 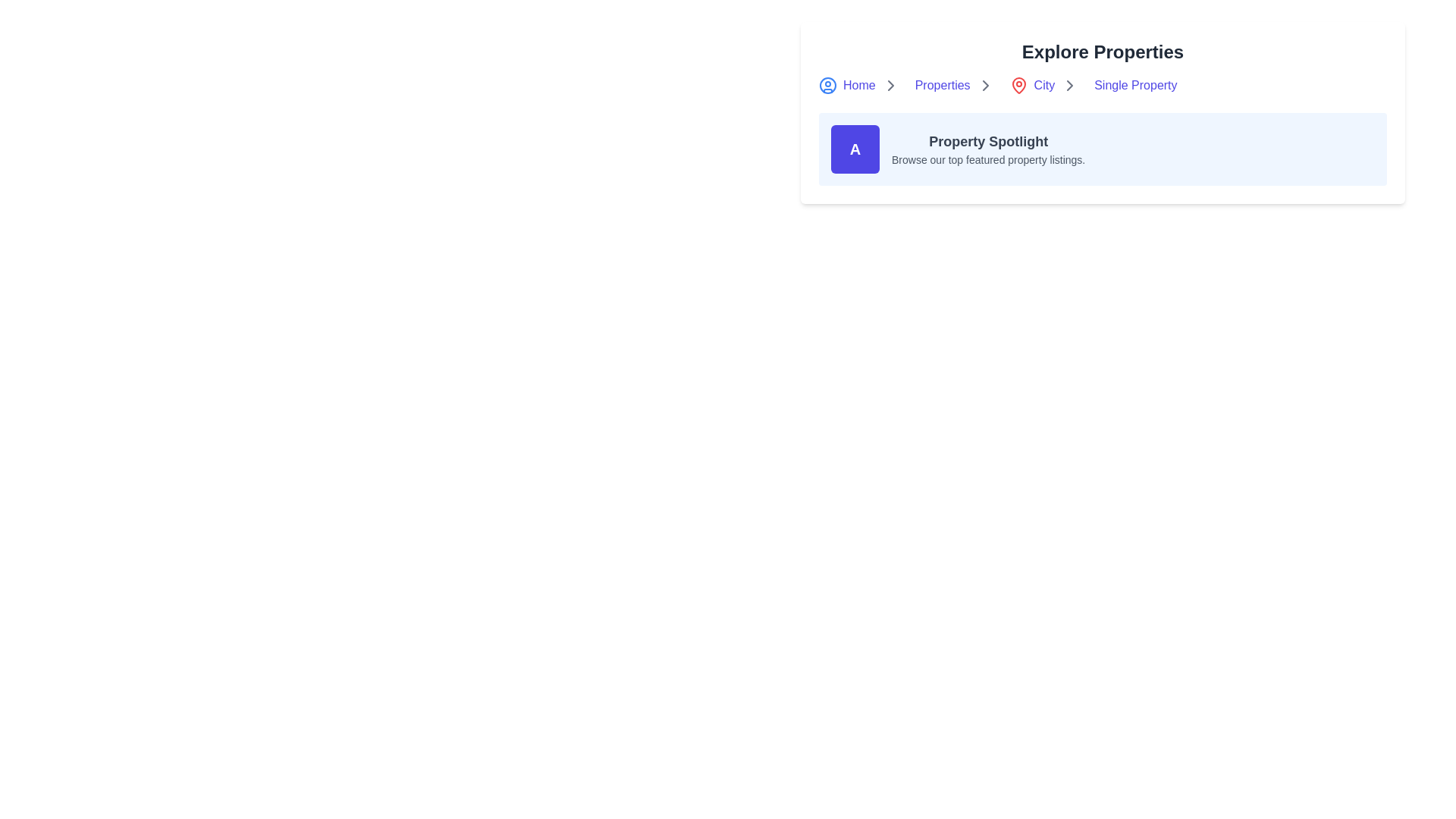 What do you see at coordinates (988, 160) in the screenshot?
I see `the static text description that provides supporting information about the 'Property Spotlight' header, which is located directly below the header and centered within a blue-highlighted section` at bounding box center [988, 160].